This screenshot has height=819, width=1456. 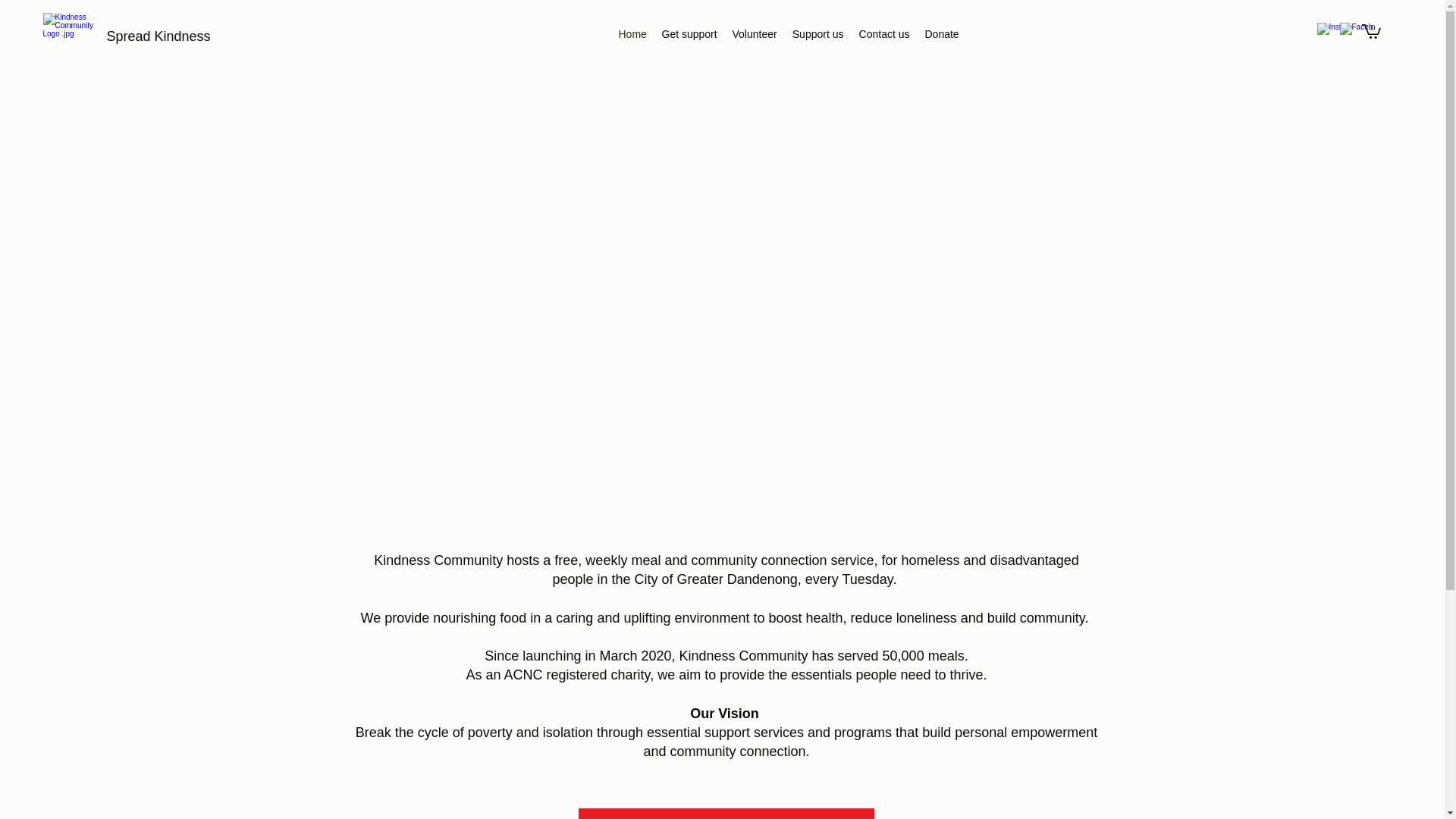 I want to click on 'Home', so click(x=632, y=34).